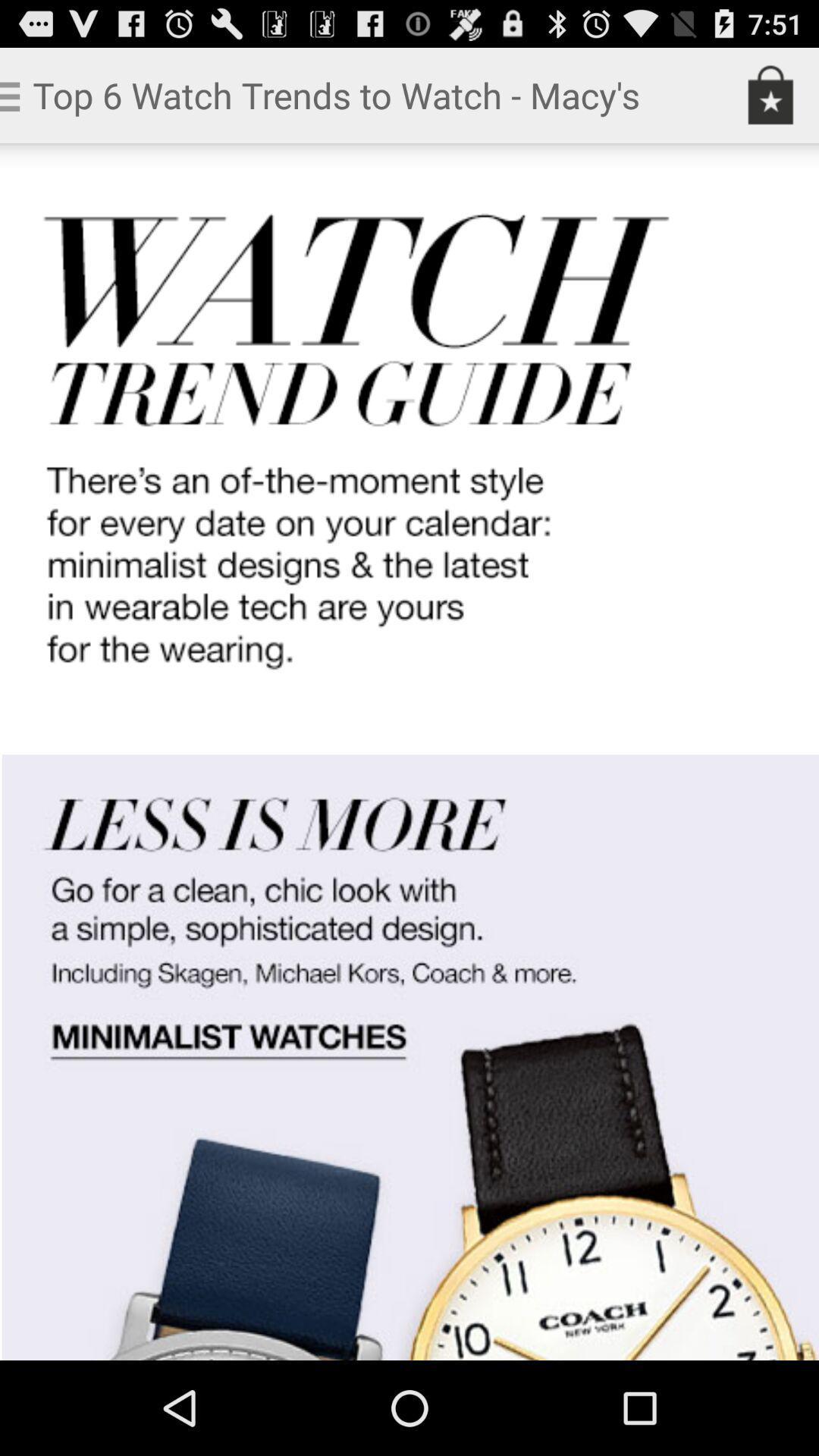 The image size is (819, 1456). Describe the element at coordinates (409, 752) in the screenshot. I see `click discriiption` at that location.